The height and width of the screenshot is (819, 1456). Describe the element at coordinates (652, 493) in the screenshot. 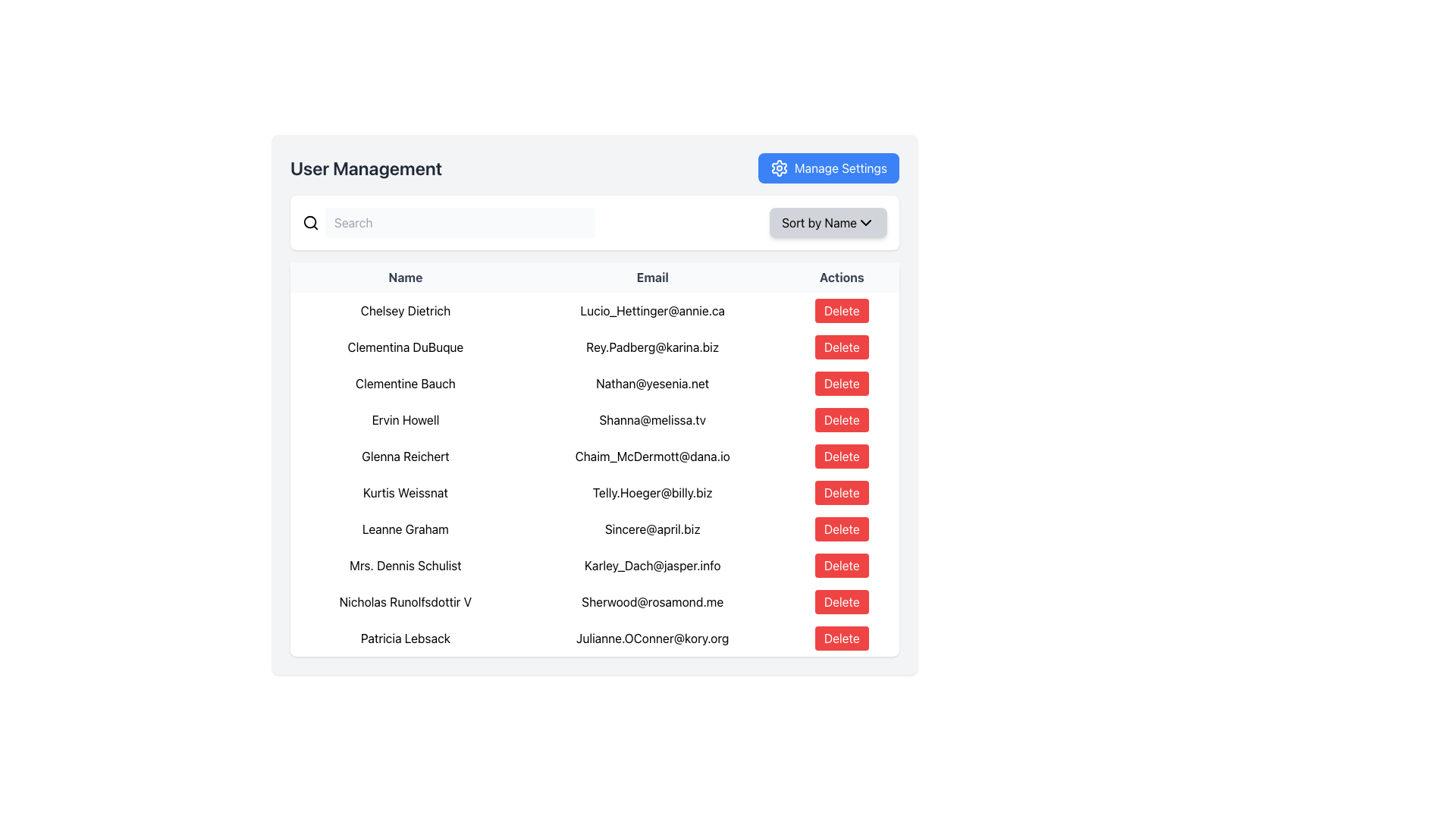

I see `the Text Label displaying the email address for user 'Kurtis Weissnat' located in the 'Email' column of the table` at that location.